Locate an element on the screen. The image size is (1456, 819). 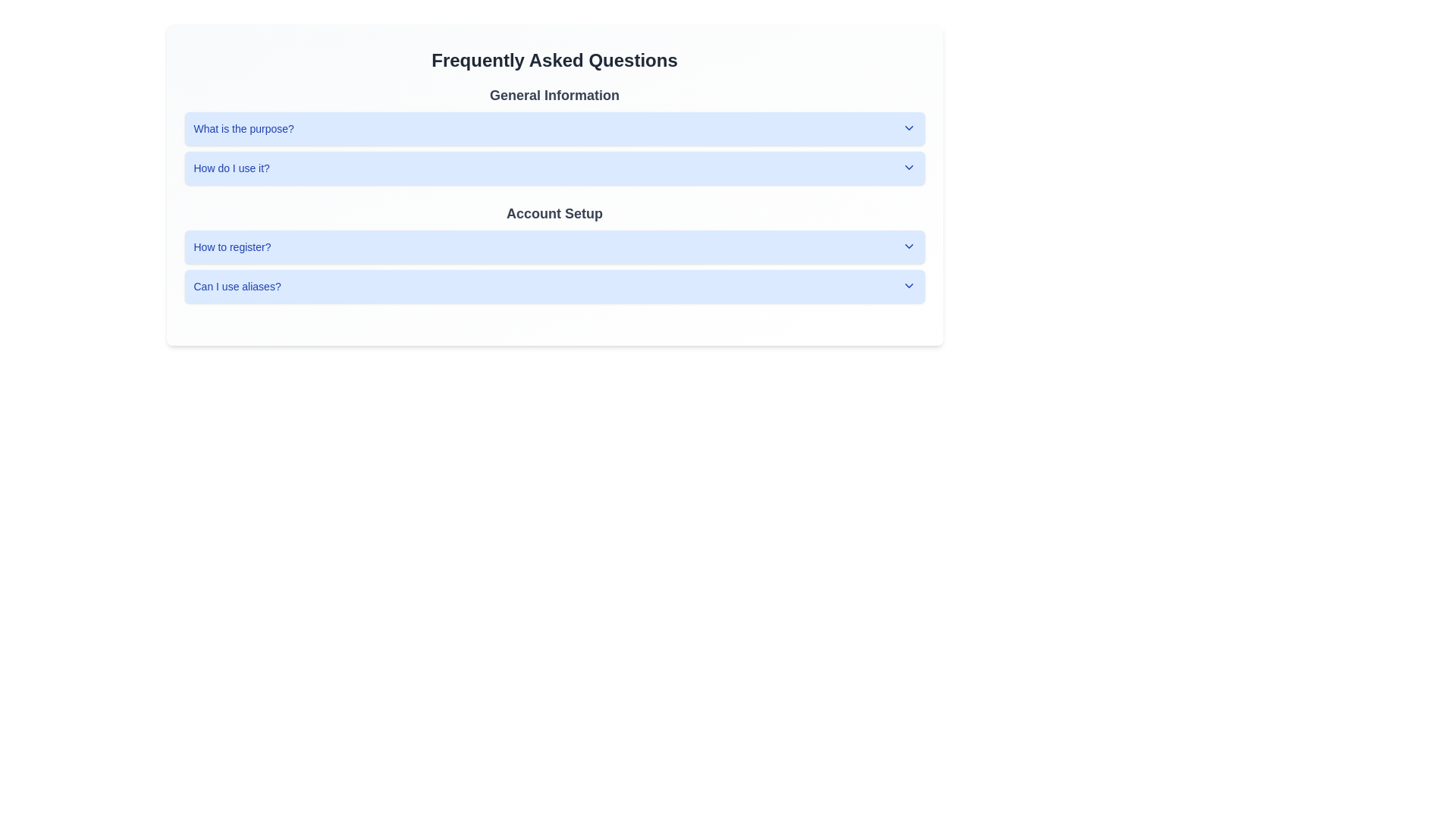
the chevron icon located on the right edge of the 'How to register?' button in the FAQ section is located at coordinates (908, 245).